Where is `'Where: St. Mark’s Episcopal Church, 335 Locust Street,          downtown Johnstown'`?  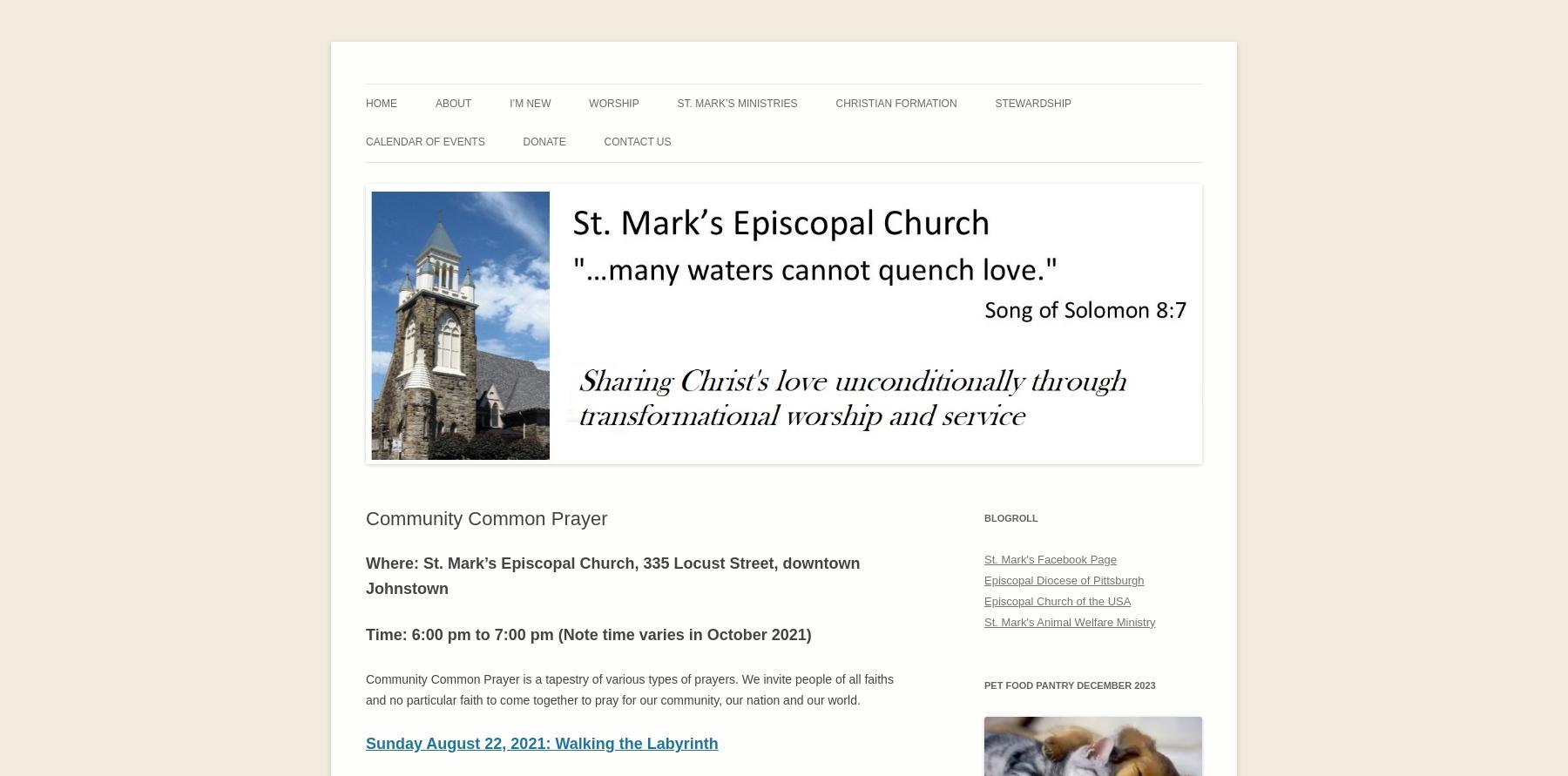
'Where: St. Mark’s Episcopal Church, 335 Locust Street,          downtown Johnstown' is located at coordinates (612, 575).